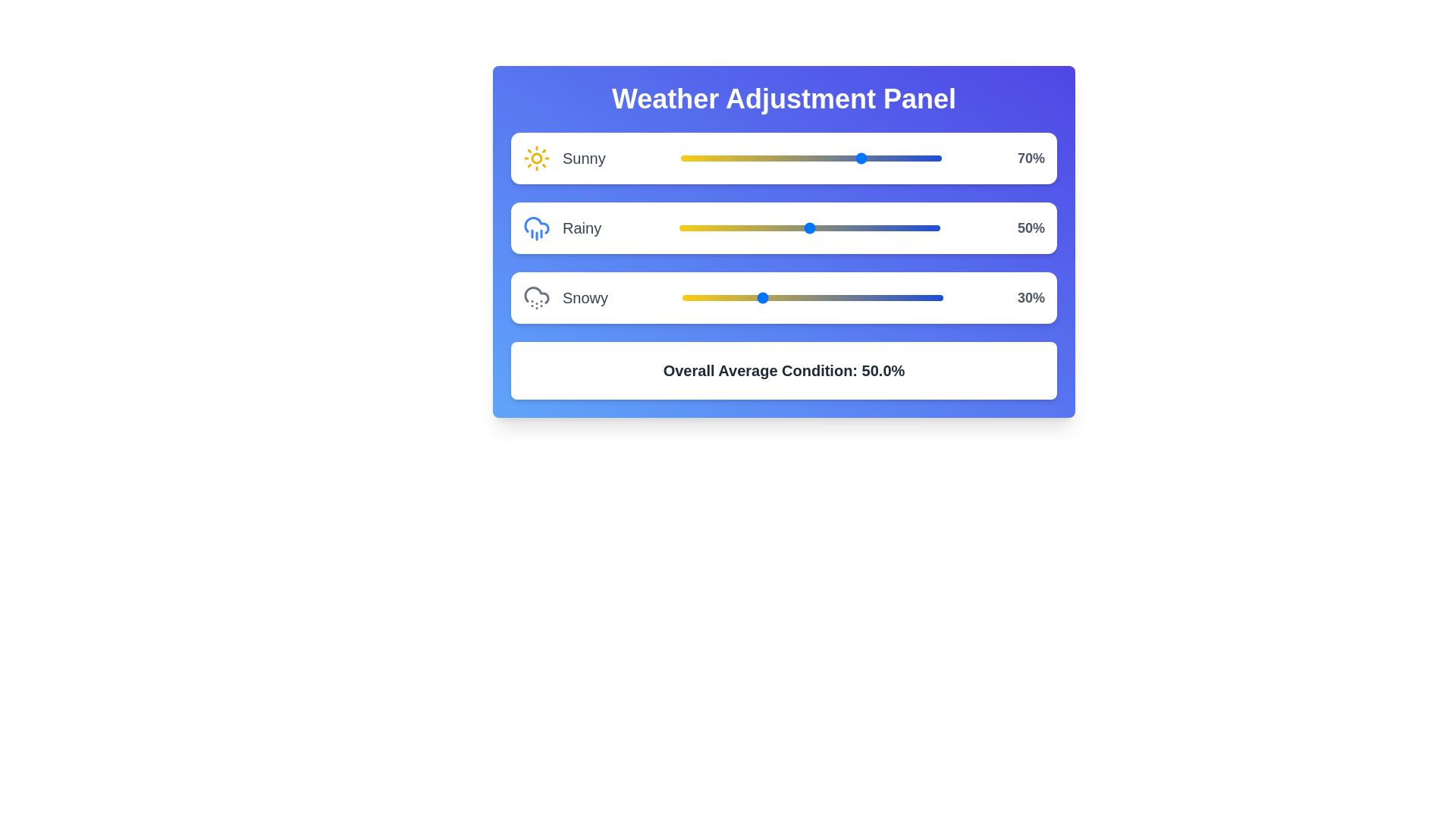 Image resolution: width=1456 pixels, height=819 pixels. What do you see at coordinates (857, 298) in the screenshot?
I see `the value of the slider` at bounding box center [857, 298].